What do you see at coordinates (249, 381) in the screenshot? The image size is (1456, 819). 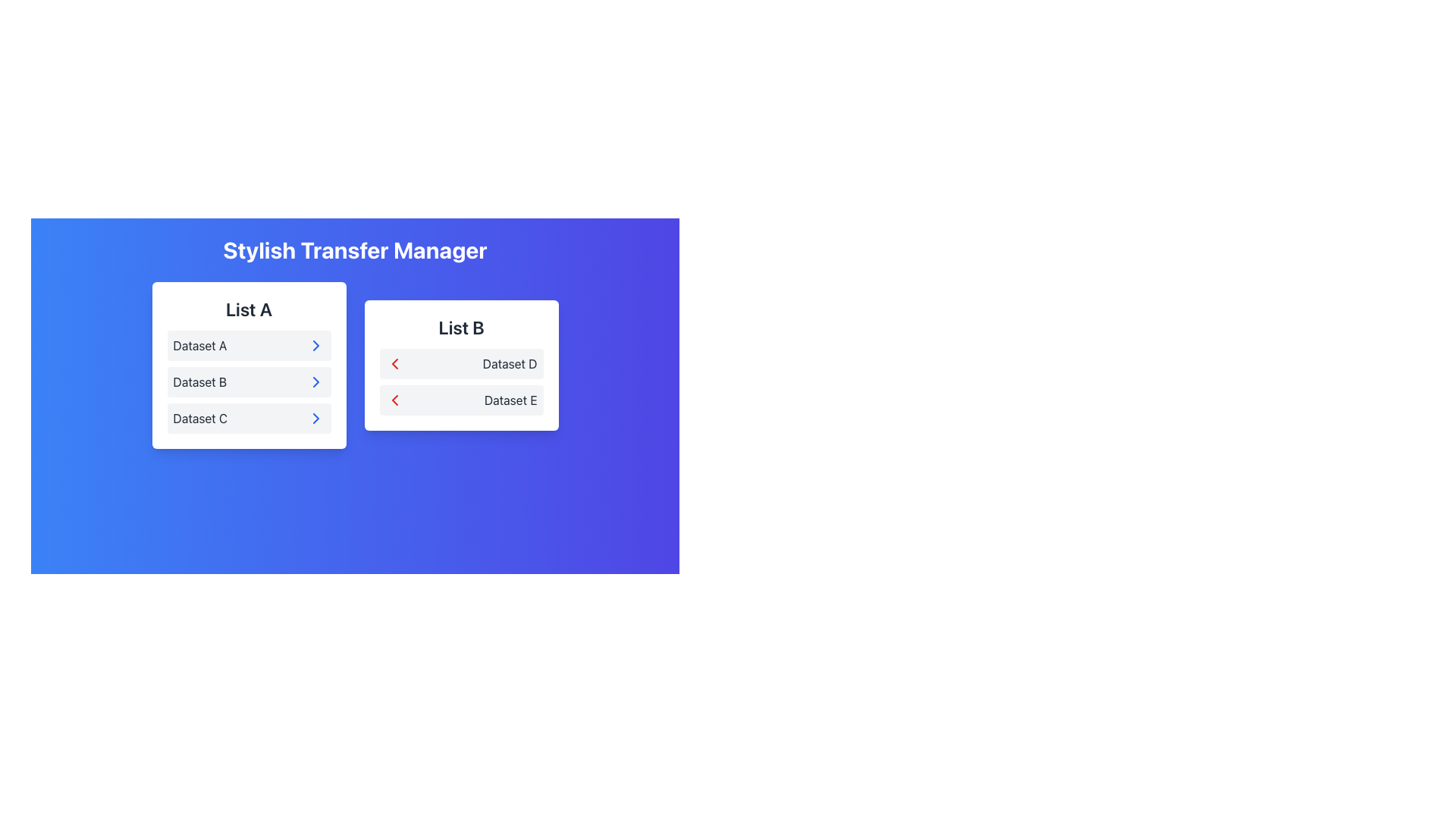 I see `the second item in 'List A' representing 'Dataset B'` at bounding box center [249, 381].